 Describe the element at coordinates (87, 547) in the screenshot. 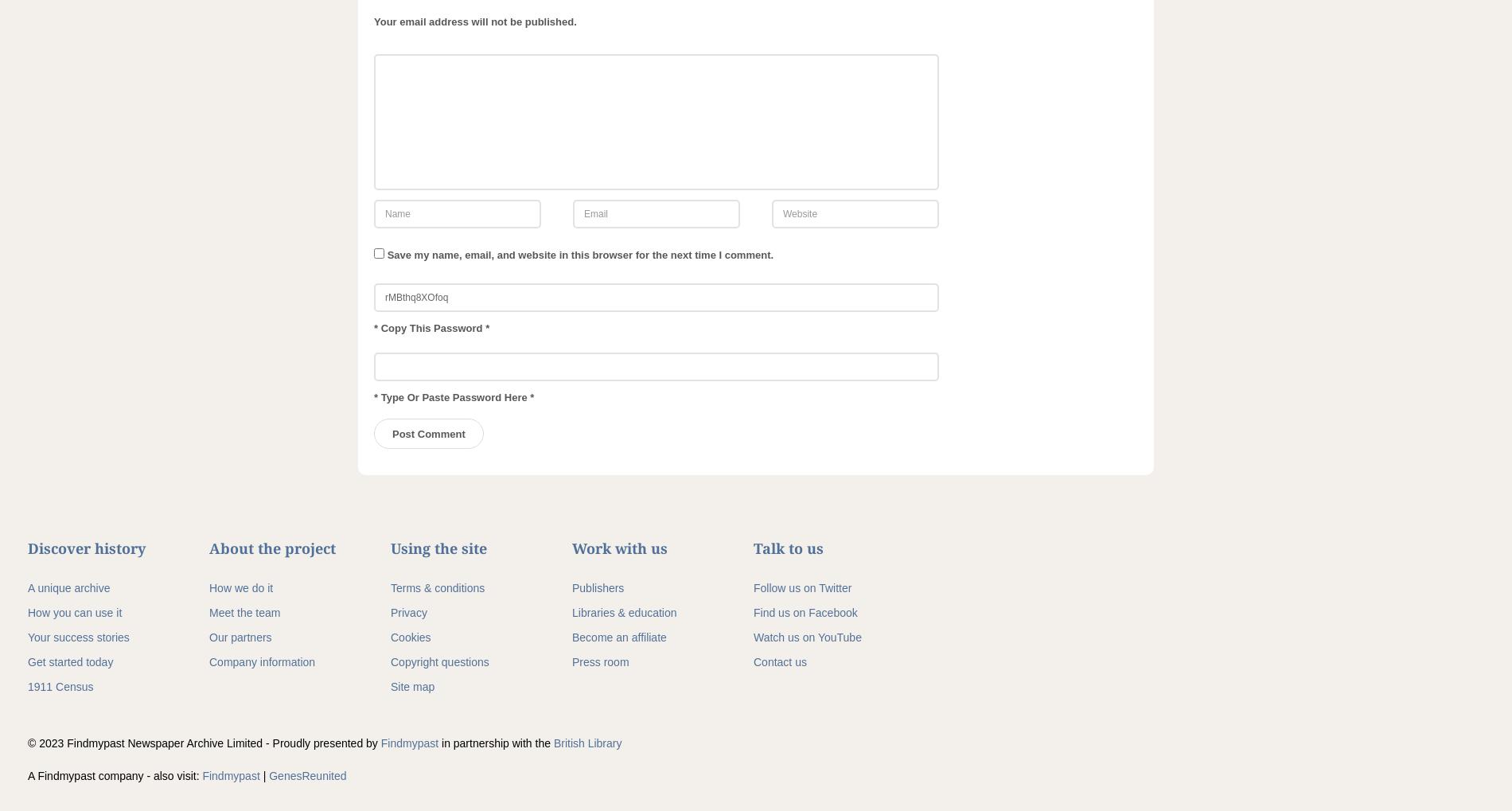

I see `'Discover history'` at that location.